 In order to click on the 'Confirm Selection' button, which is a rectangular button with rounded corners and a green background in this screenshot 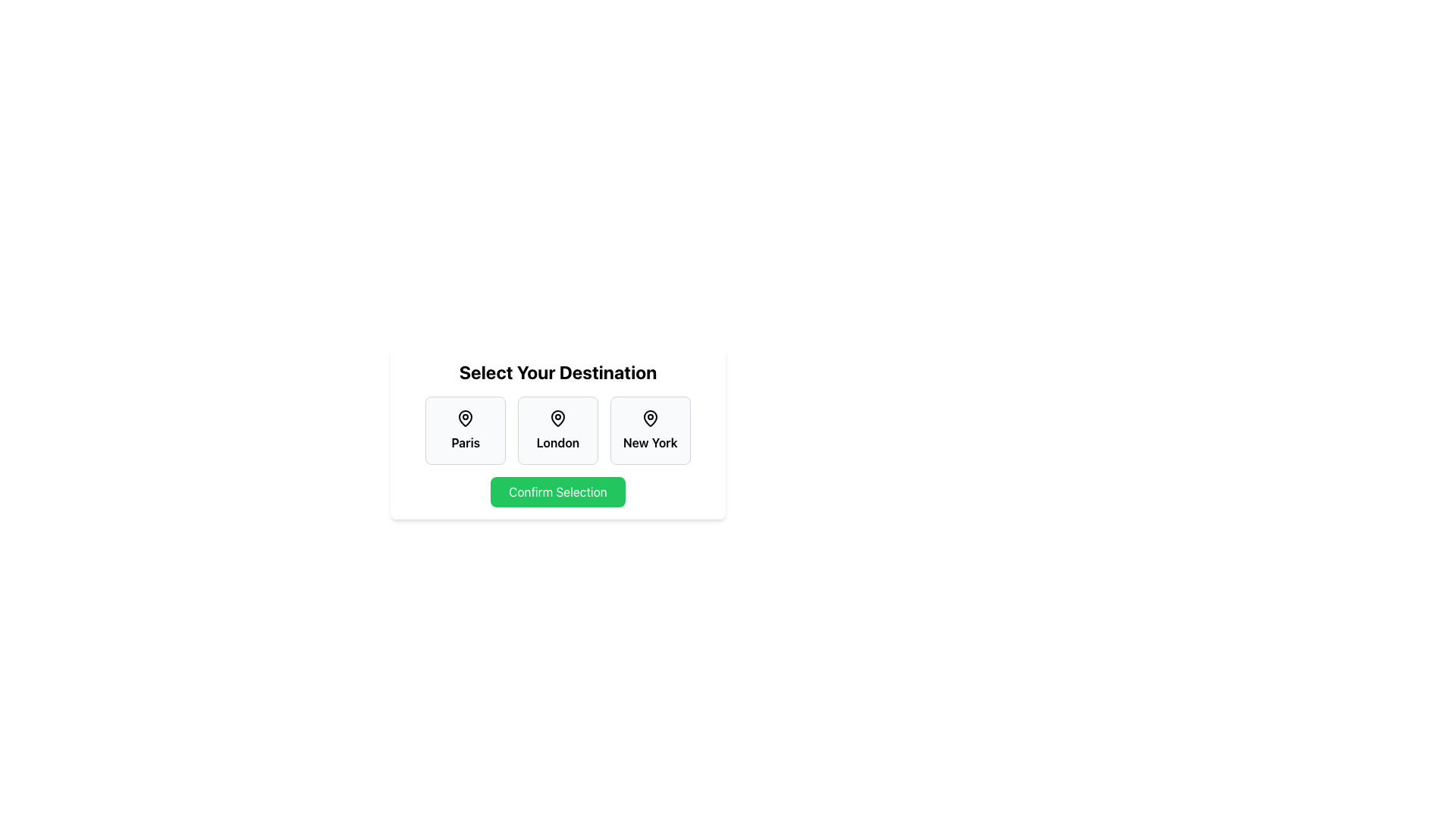, I will do `click(557, 491)`.